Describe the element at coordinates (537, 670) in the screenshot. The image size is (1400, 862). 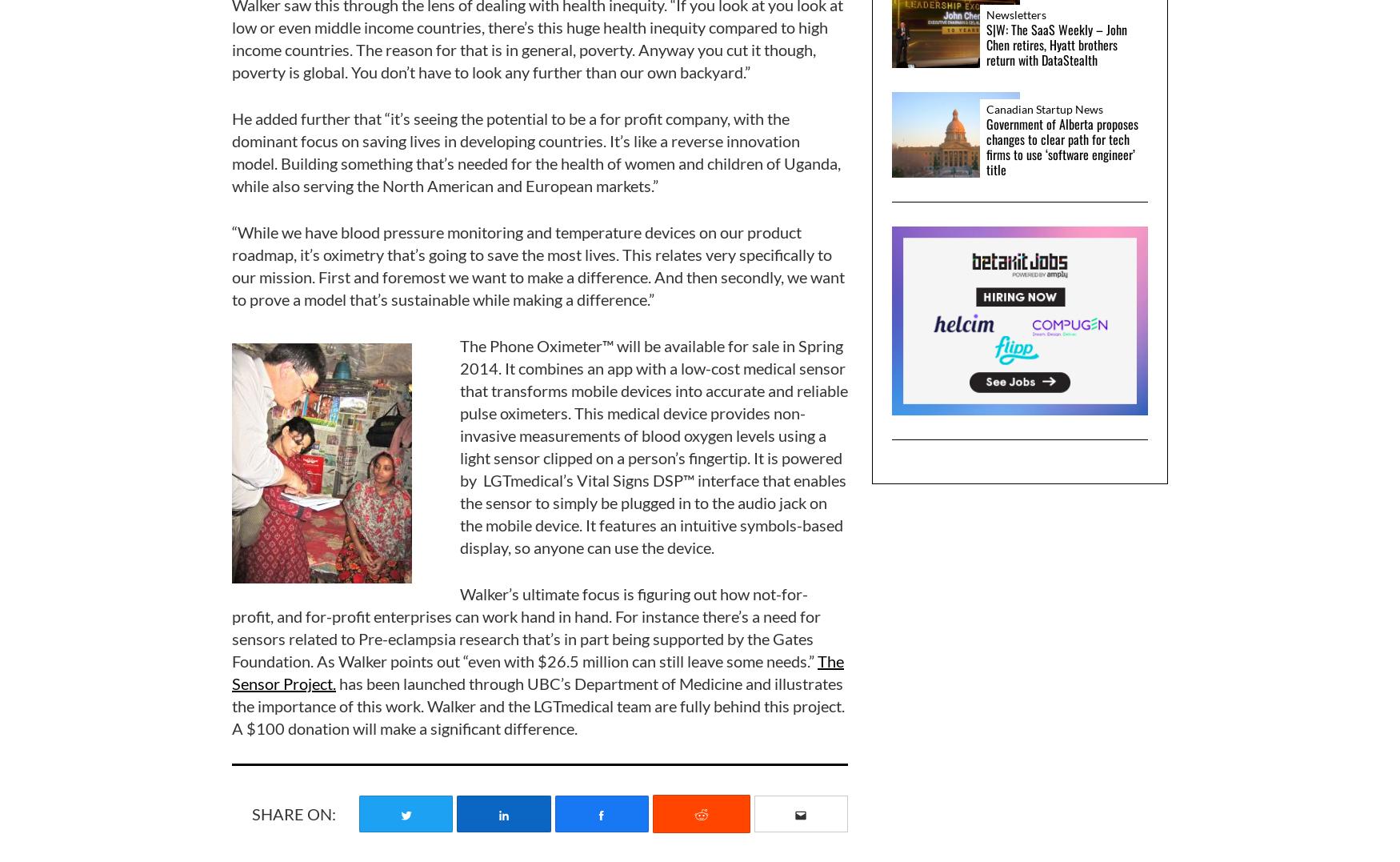
I see `'The Sensor Project.'` at that location.